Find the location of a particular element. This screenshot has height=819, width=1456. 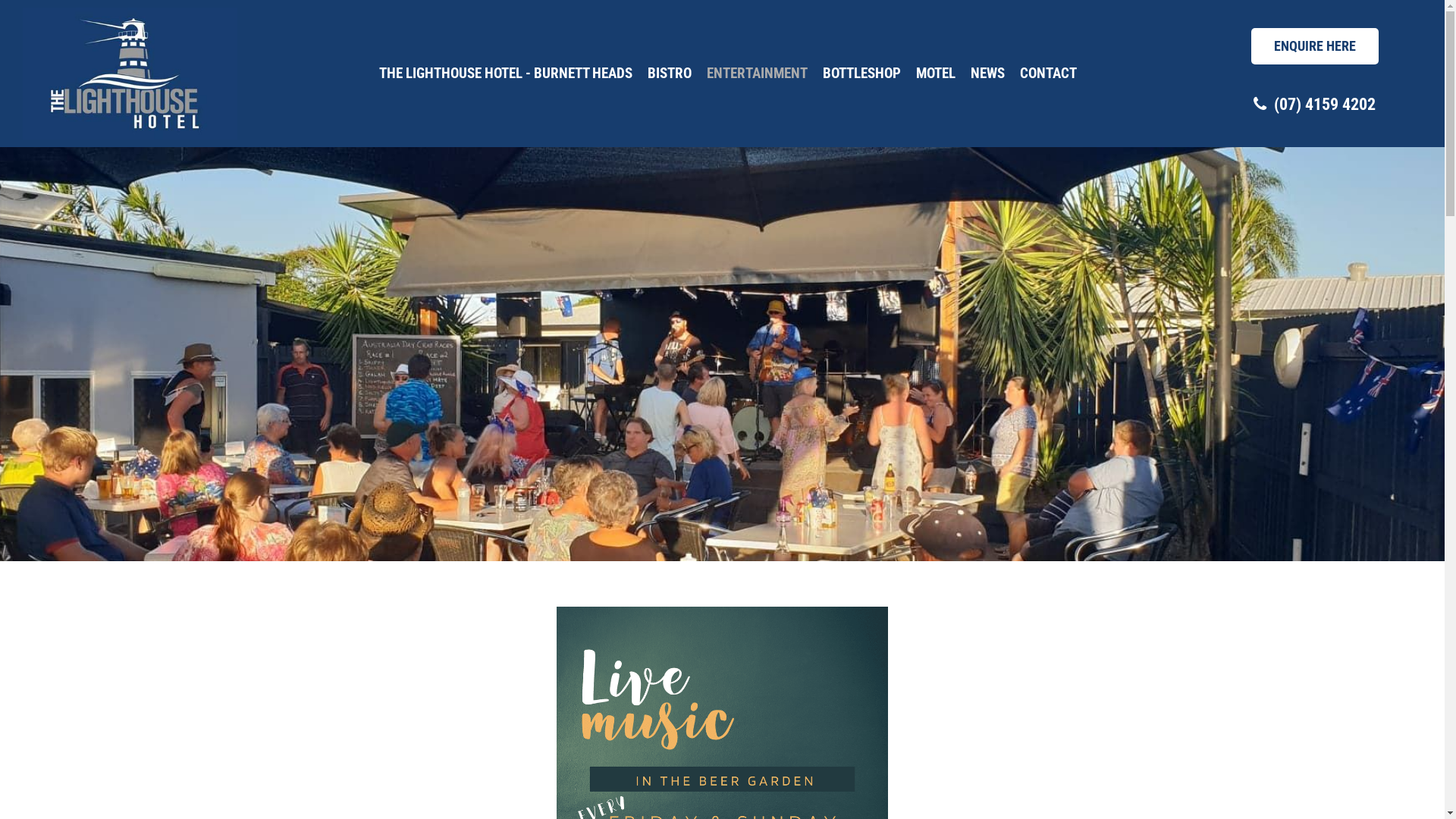

'THE LIGHTHOUSE HOTEL - BURNETT HEADS' is located at coordinates (506, 73).